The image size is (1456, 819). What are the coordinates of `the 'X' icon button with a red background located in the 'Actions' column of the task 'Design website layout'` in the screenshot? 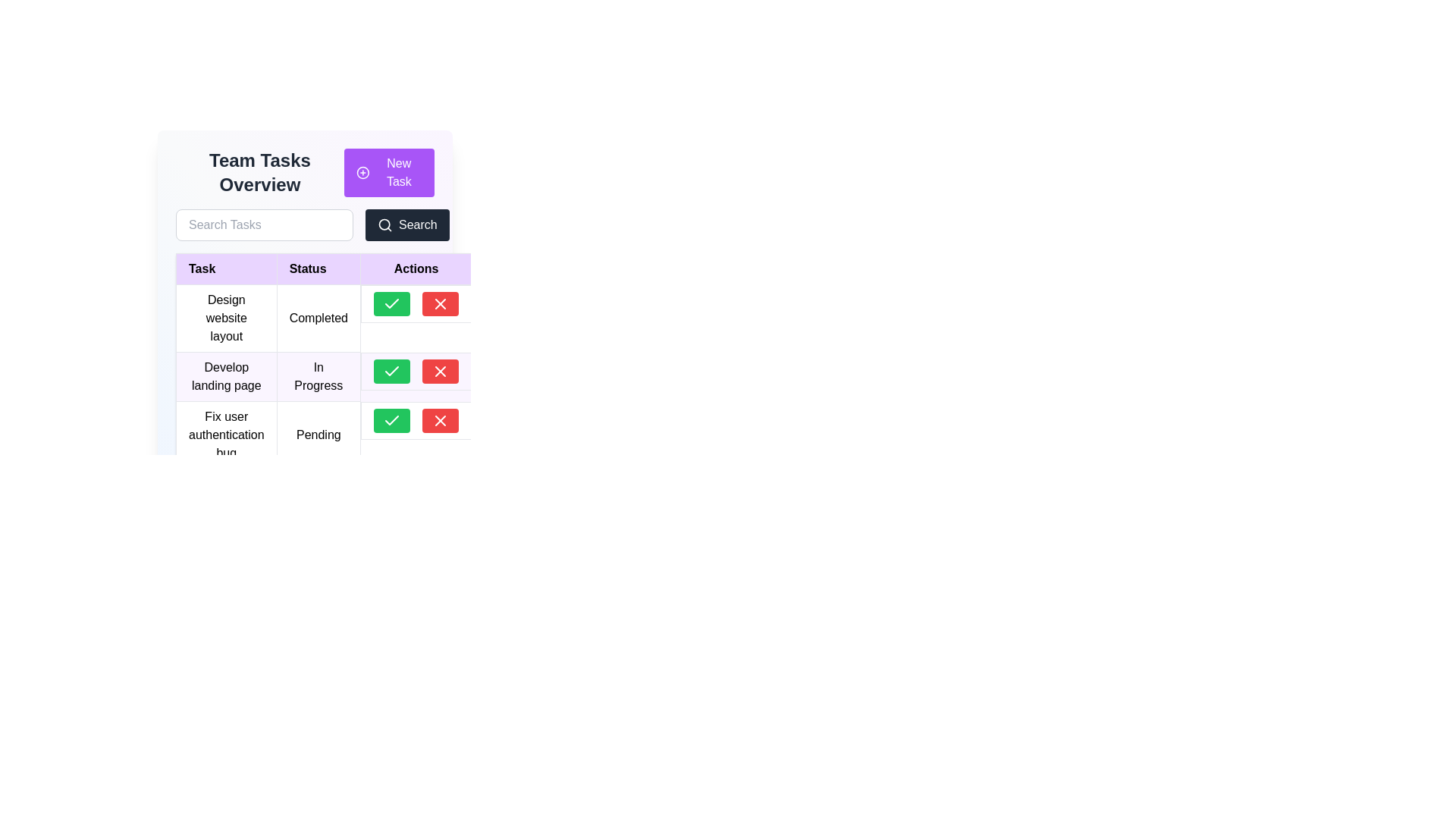 It's located at (439, 304).